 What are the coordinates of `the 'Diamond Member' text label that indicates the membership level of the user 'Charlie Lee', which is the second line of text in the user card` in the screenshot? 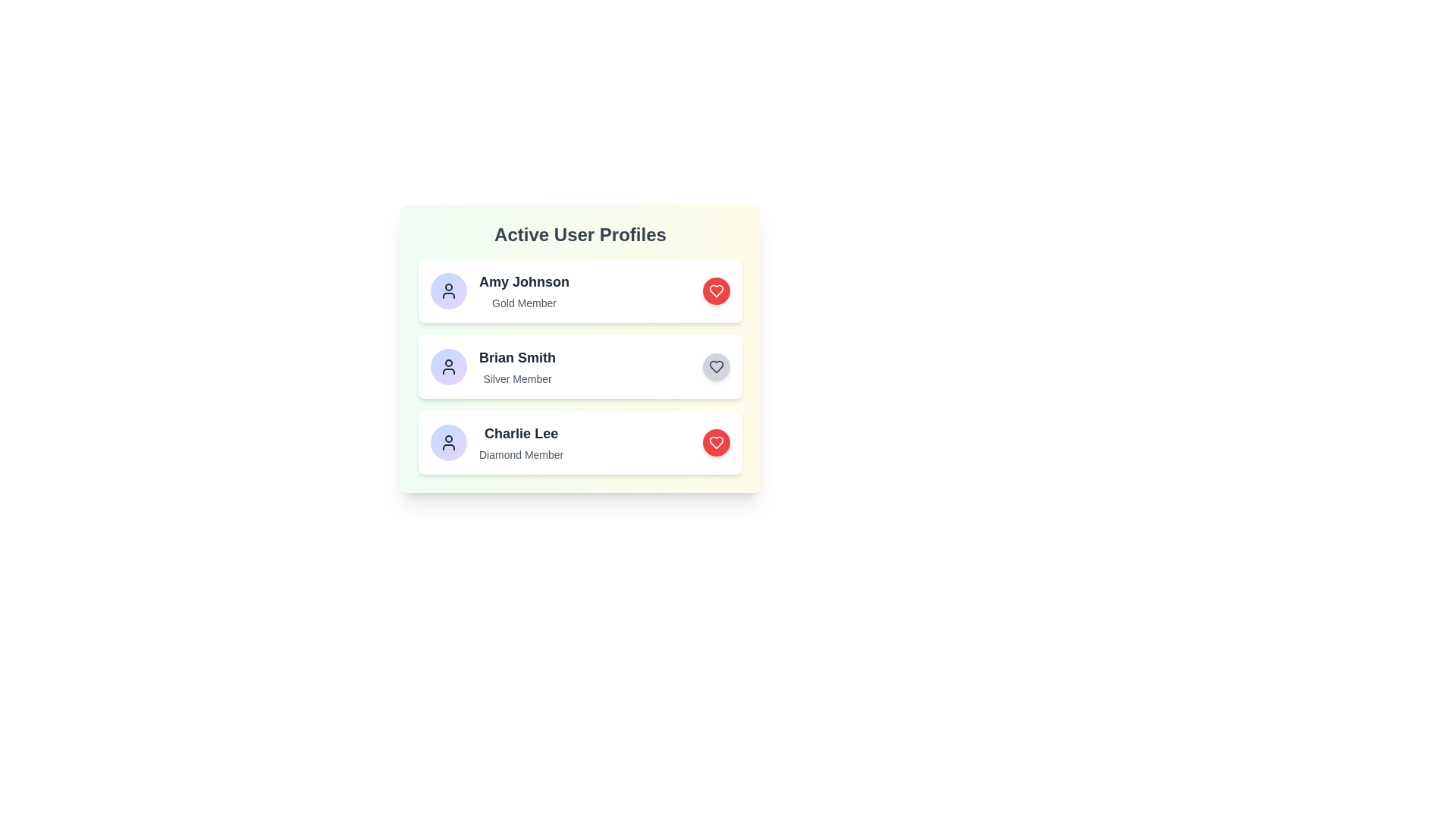 It's located at (521, 454).